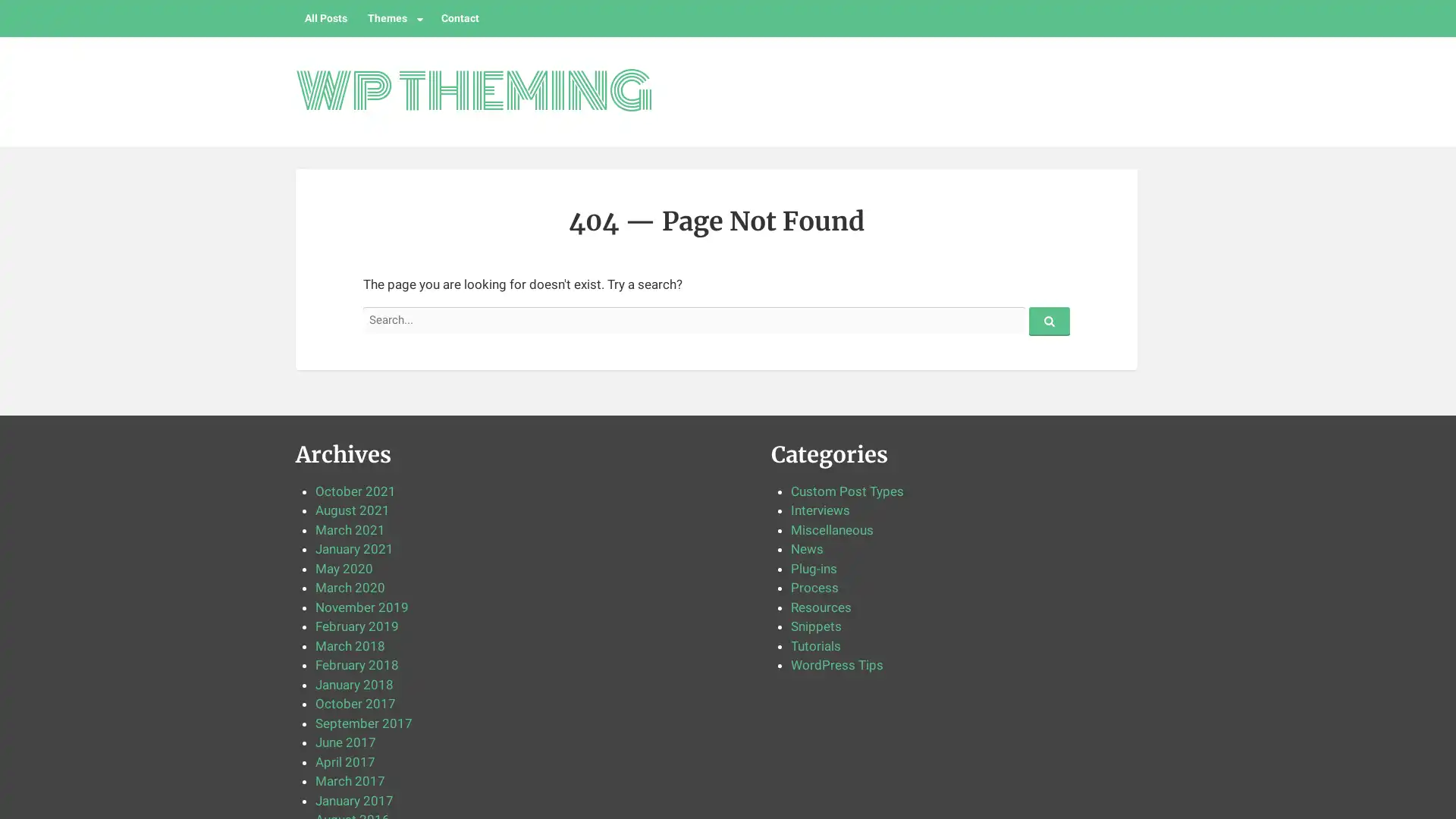 The image size is (1456, 819). What do you see at coordinates (1048, 321) in the screenshot?
I see `Search...` at bounding box center [1048, 321].